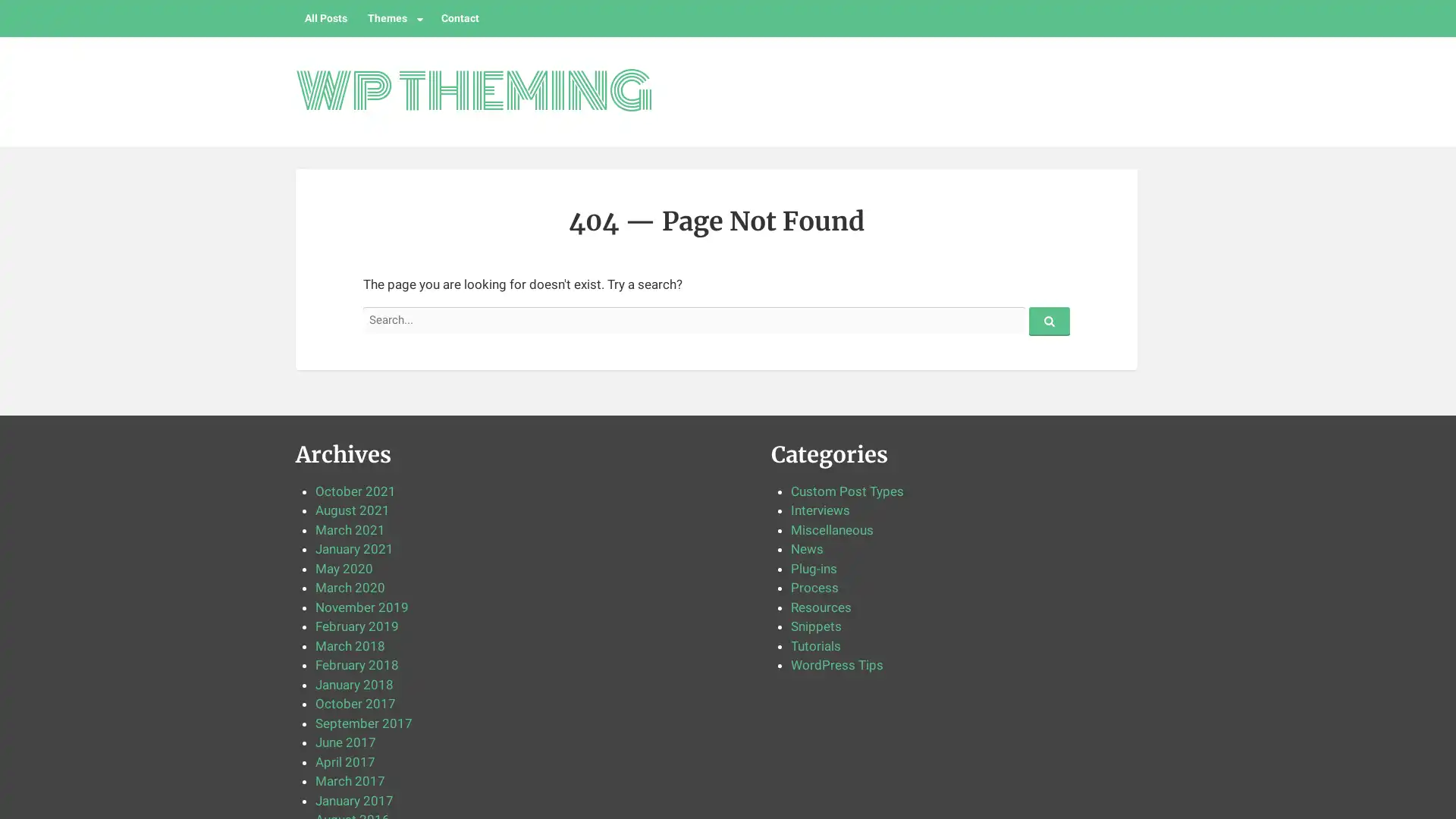 The image size is (1456, 819). What do you see at coordinates (1048, 321) in the screenshot?
I see `Search...` at bounding box center [1048, 321].